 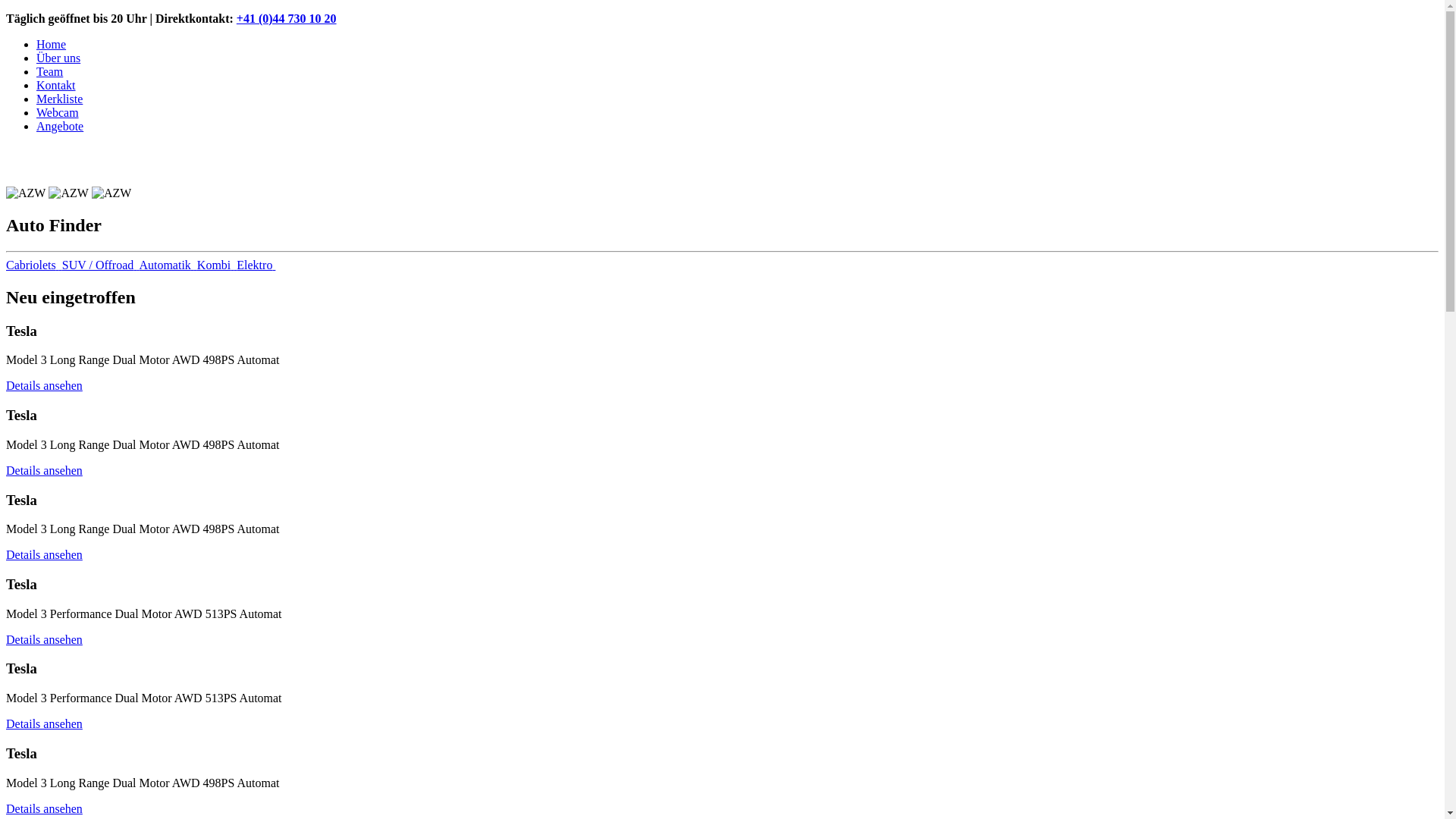 What do you see at coordinates (167, 264) in the screenshot?
I see `'Automatik'` at bounding box center [167, 264].